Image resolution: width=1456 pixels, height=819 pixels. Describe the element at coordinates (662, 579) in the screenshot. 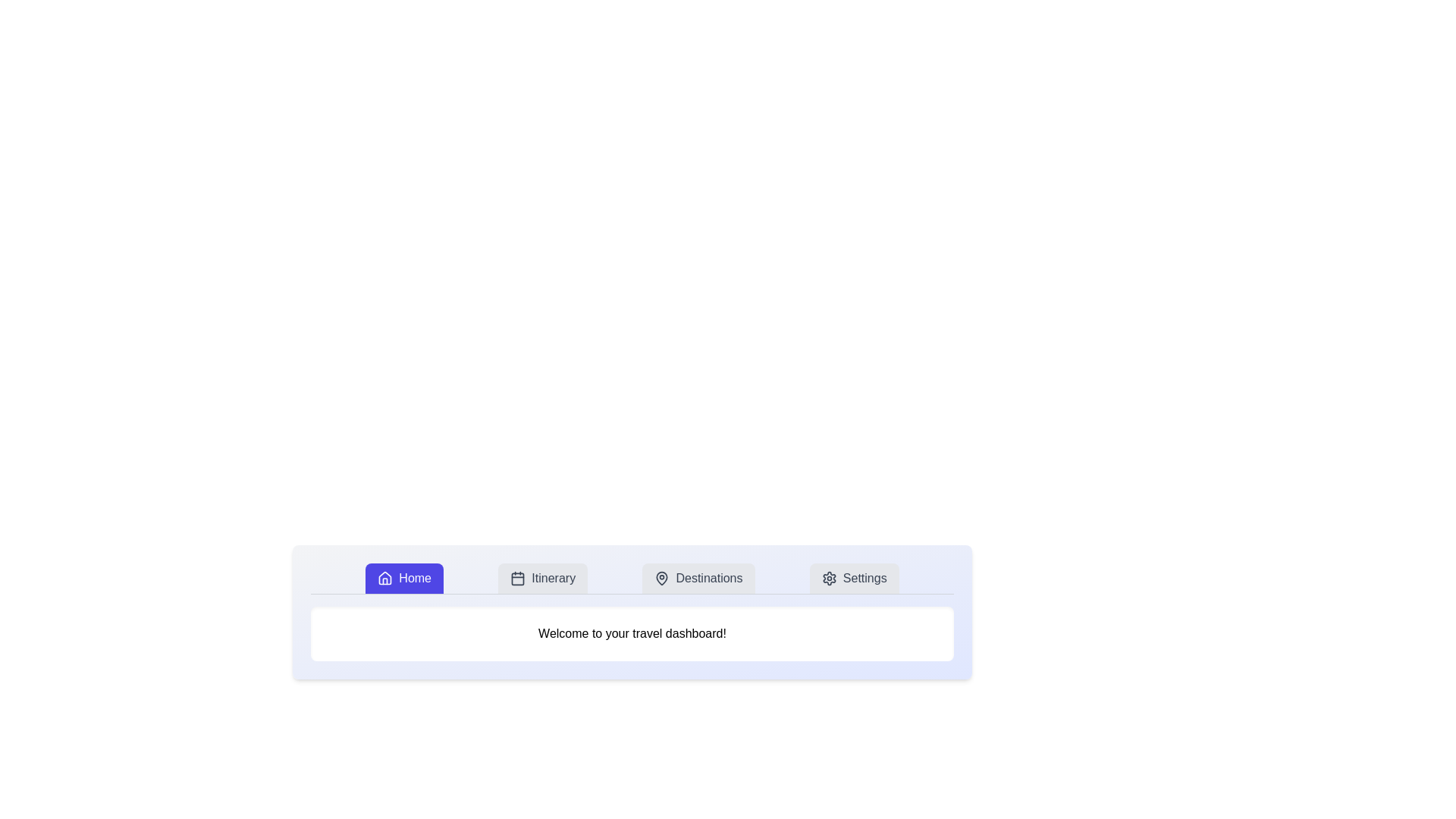

I see `the map pin icon located in the 'Destinations' tab of the navigation bar, which is positioned to the left of the text label 'Destinations'` at that location.